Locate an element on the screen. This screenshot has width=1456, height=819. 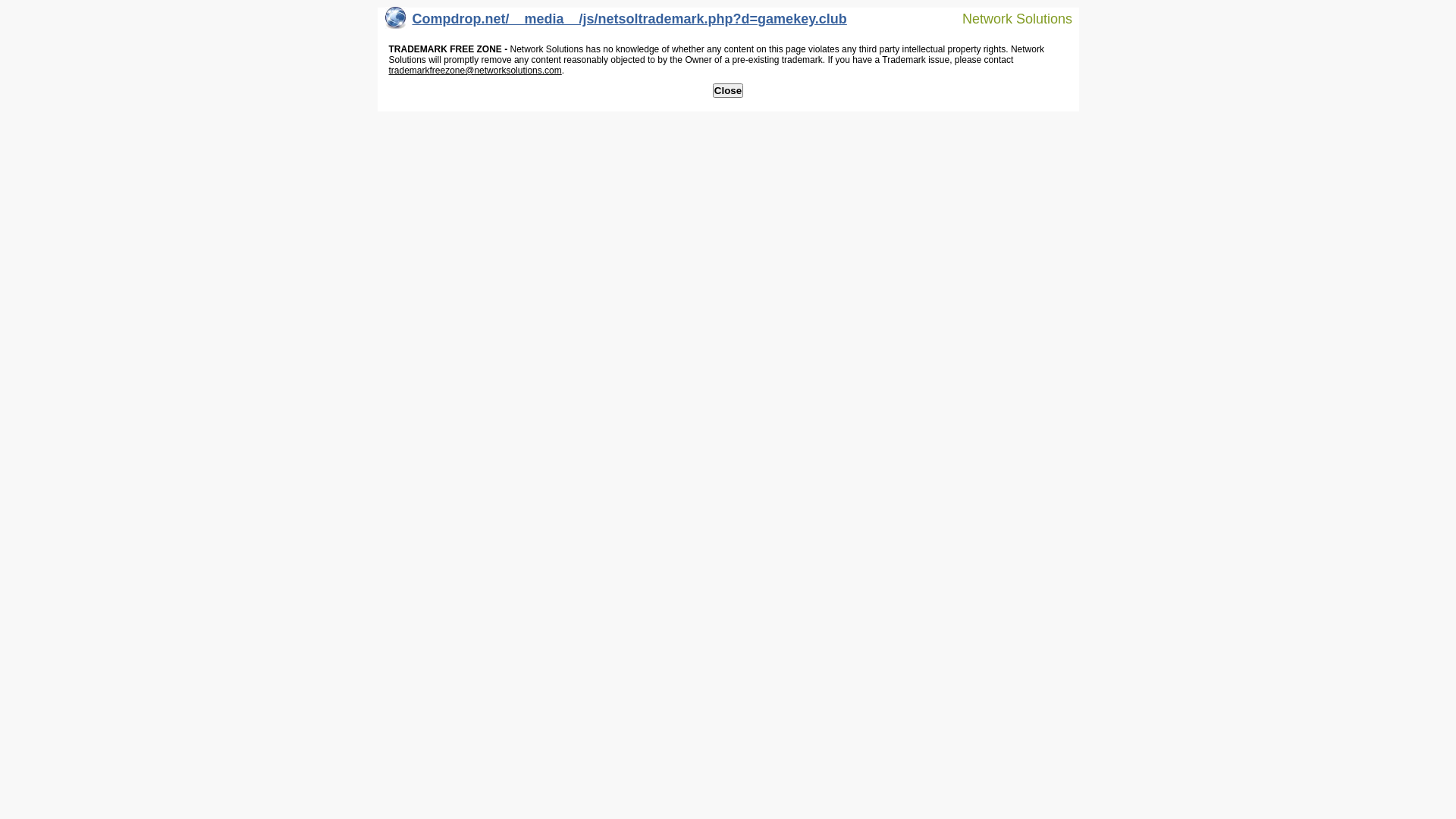
'trademarkfreezone@networksolutions.com' is located at coordinates (473, 70).